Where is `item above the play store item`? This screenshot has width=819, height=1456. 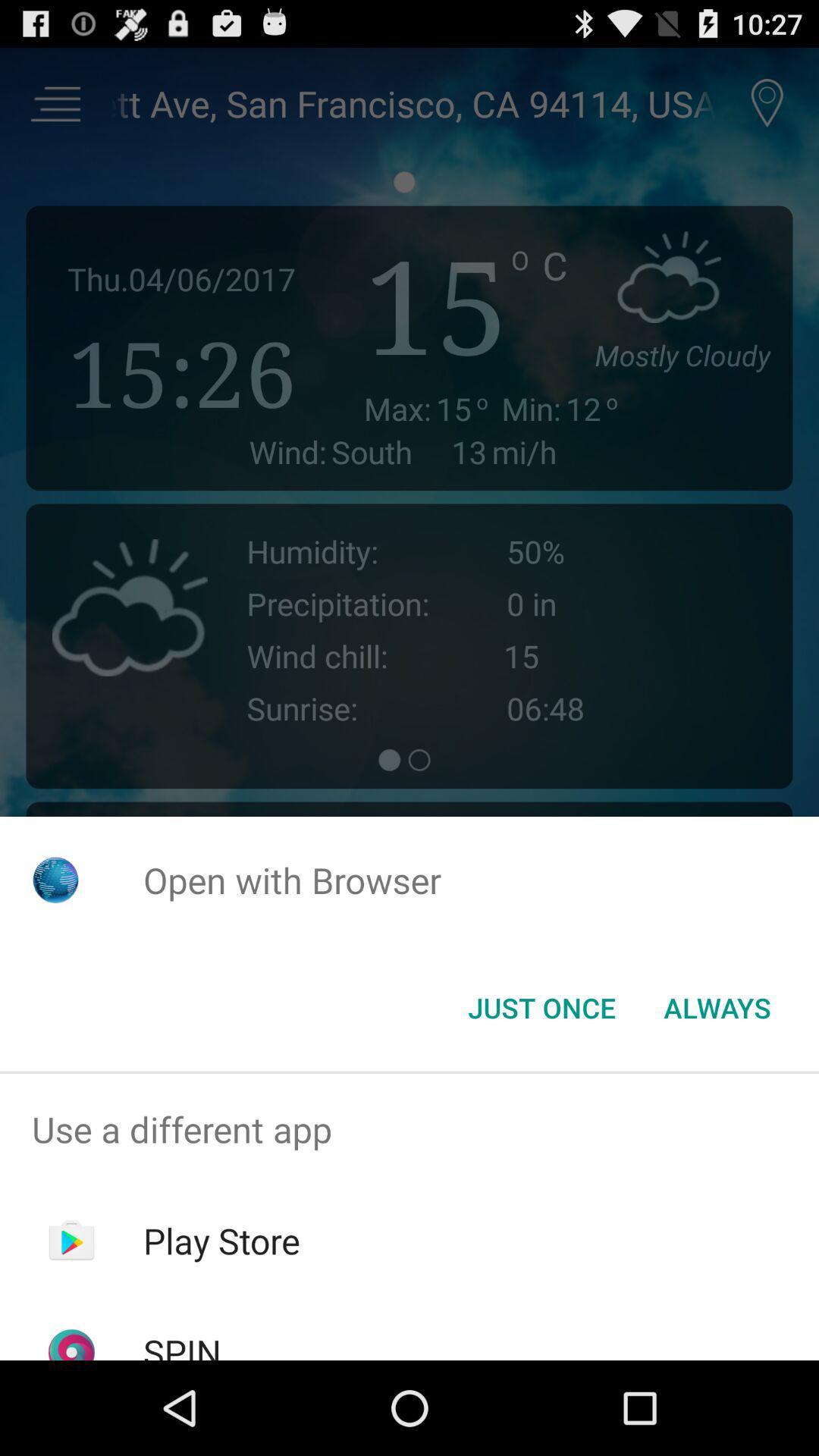
item above the play store item is located at coordinates (409, 1129).